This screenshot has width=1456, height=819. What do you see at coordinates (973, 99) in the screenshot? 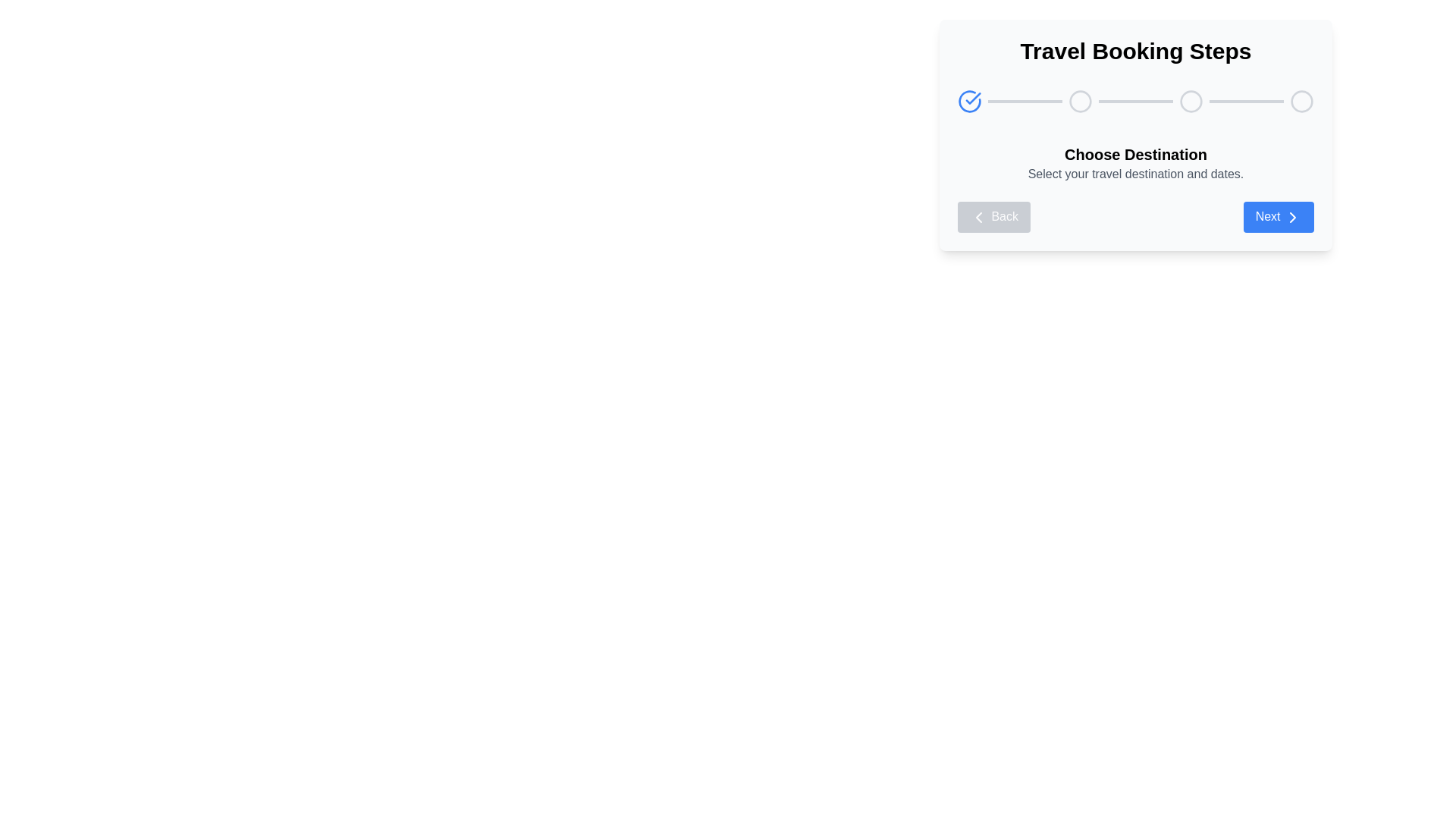
I see `the checkmark icon that indicates the completion of the 'Choose Destination' step in the Travel Booking Steps interface` at bounding box center [973, 99].